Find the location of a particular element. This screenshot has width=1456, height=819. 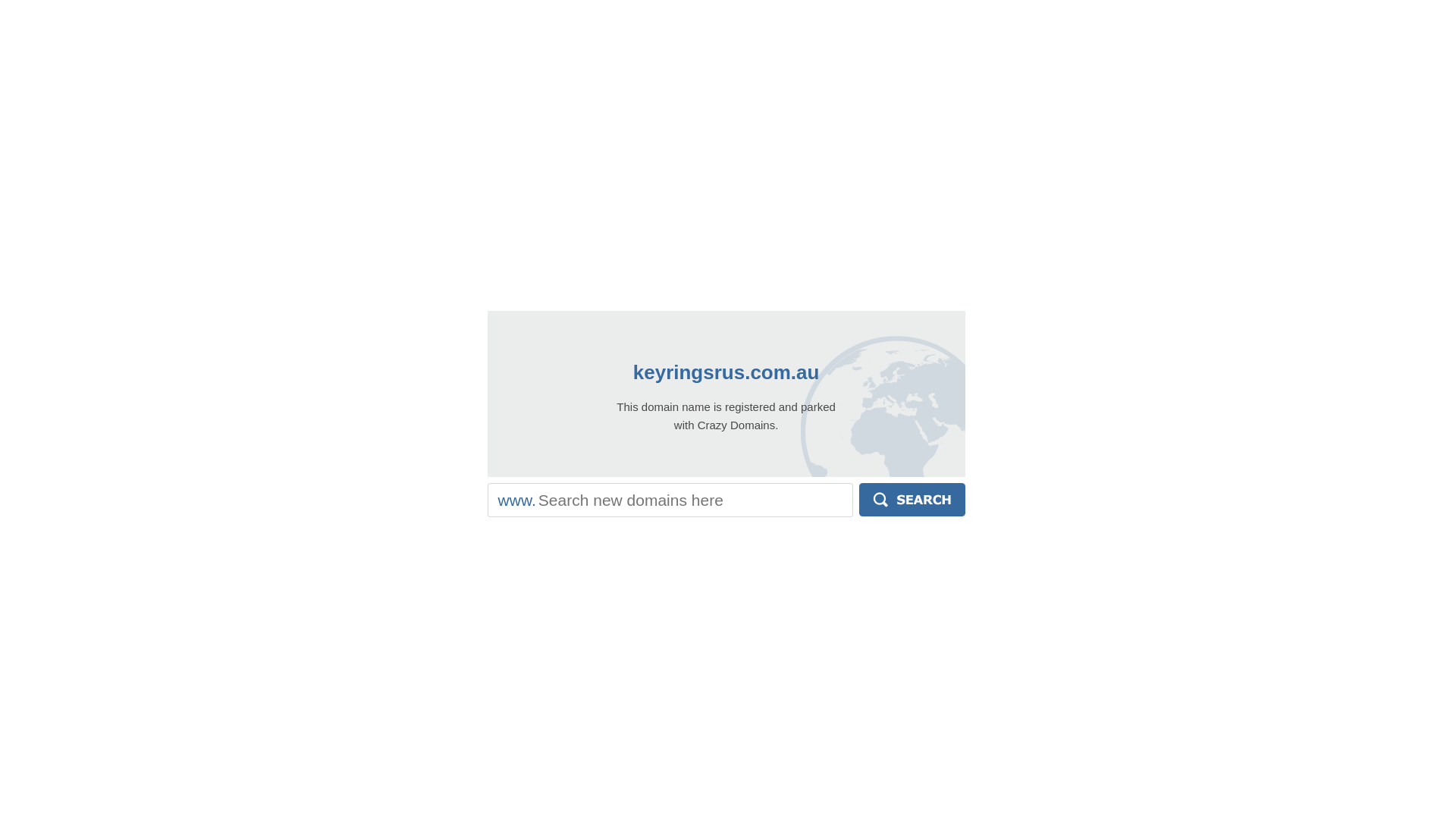

'Search' is located at coordinates (858, 500).